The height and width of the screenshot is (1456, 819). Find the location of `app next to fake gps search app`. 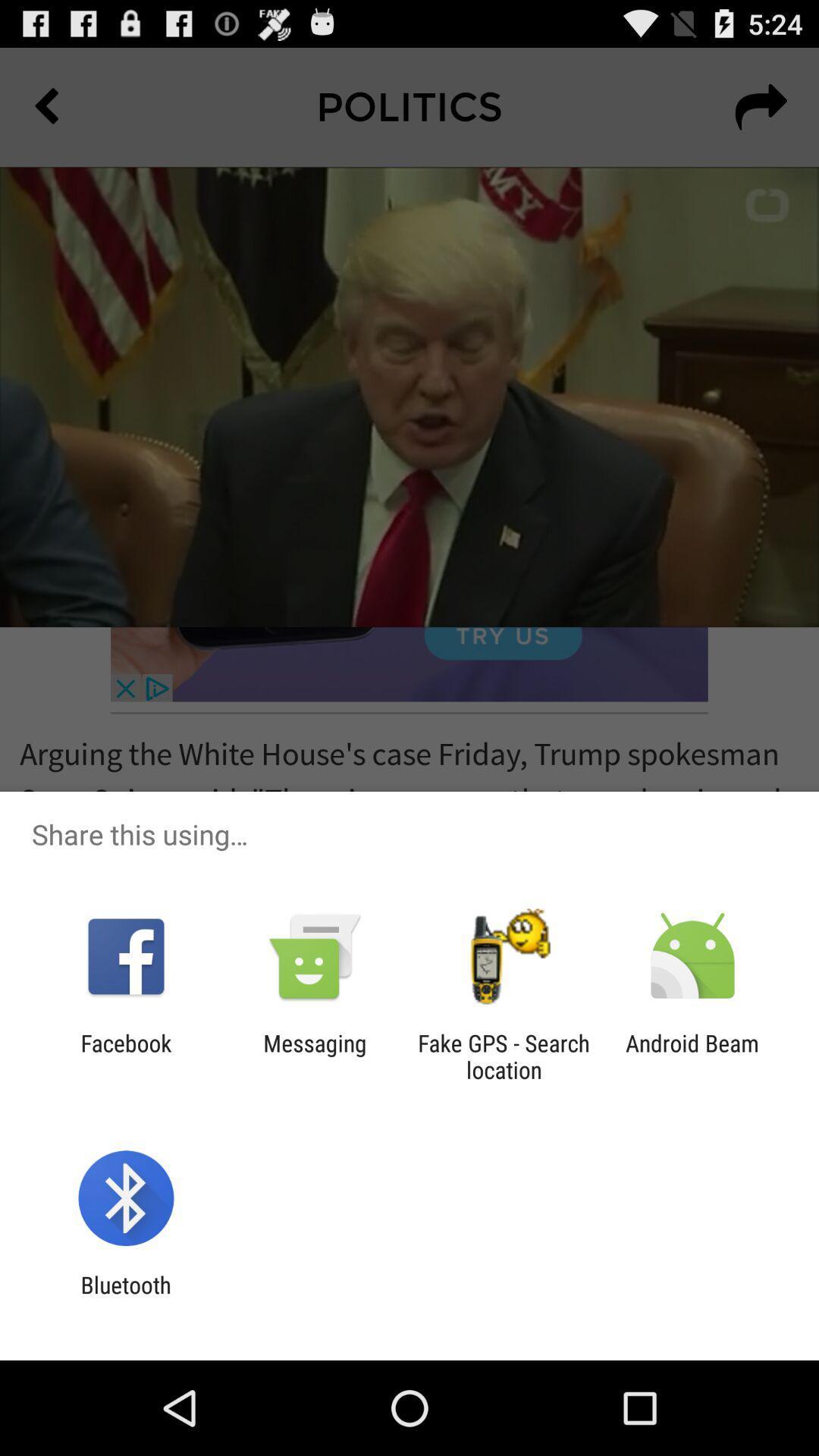

app next to fake gps search app is located at coordinates (692, 1056).